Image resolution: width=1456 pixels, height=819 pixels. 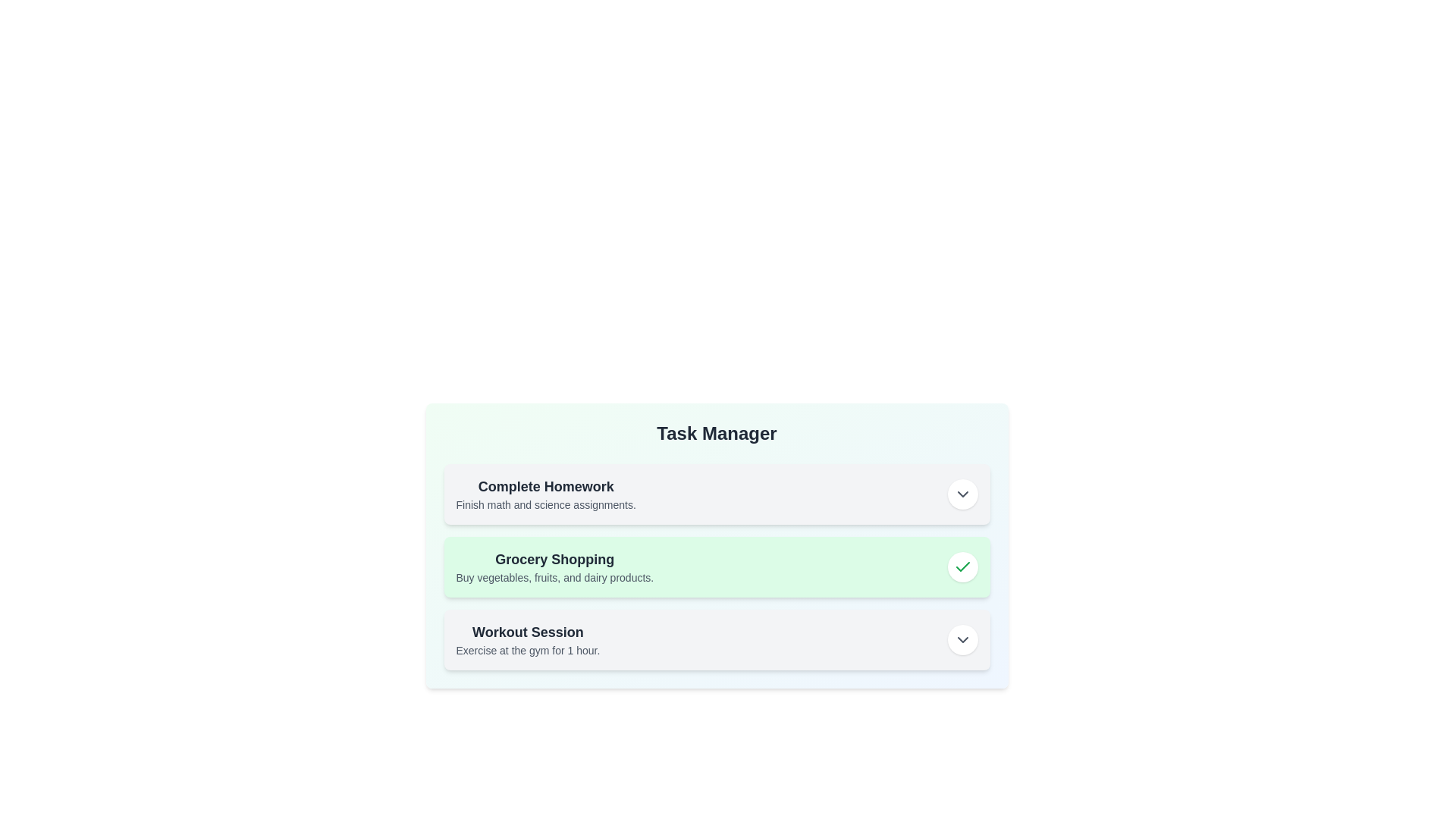 I want to click on the toggle button for the task 'Complete Homework', so click(x=962, y=494).